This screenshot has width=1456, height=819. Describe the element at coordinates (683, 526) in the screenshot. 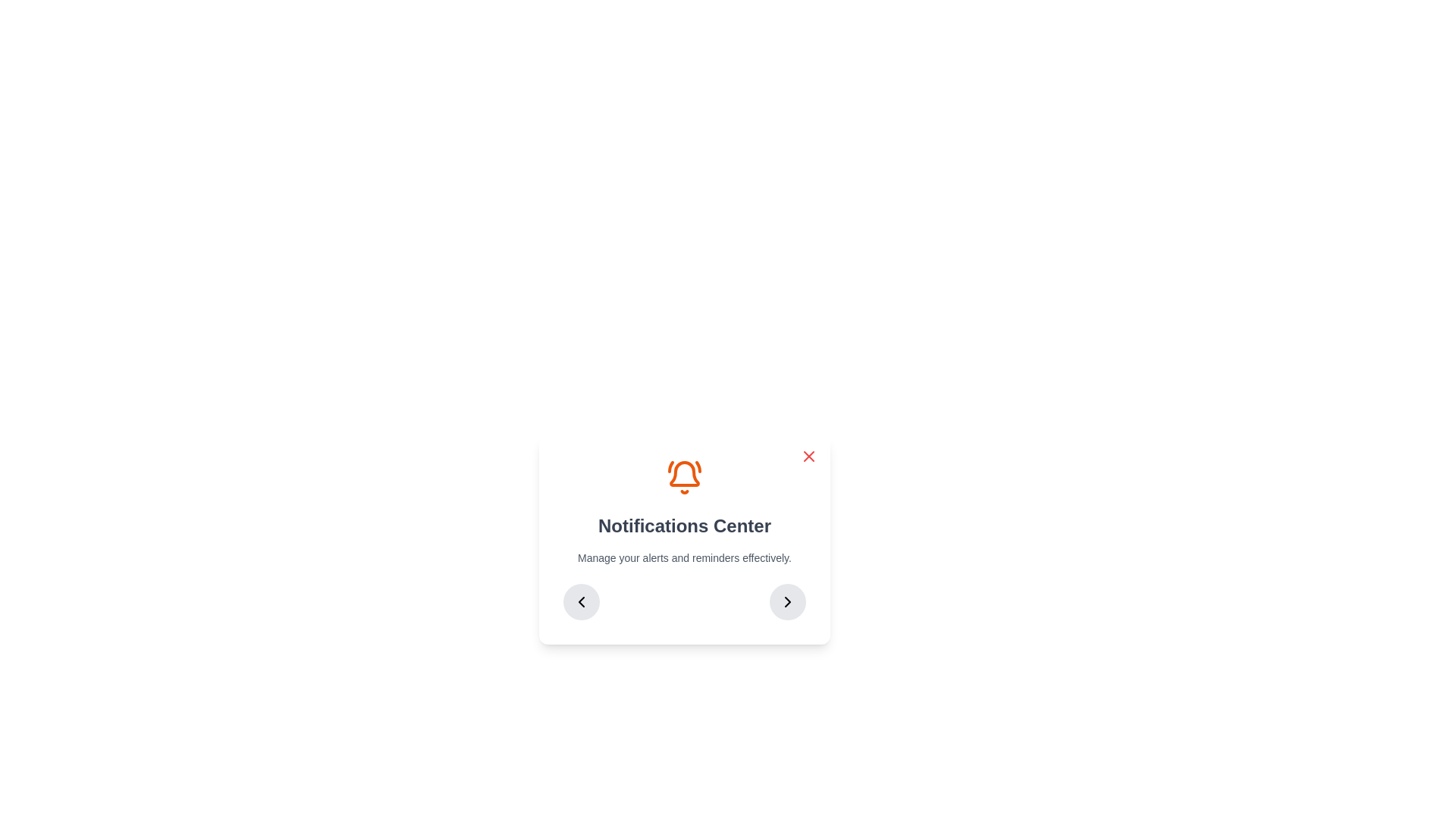

I see `the prominently styled textual heading that reads 'Notifications Center', which is positioned below the orange notification bell icon and above the smaller text 'Manage your alerts and reminders effectively'` at that location.